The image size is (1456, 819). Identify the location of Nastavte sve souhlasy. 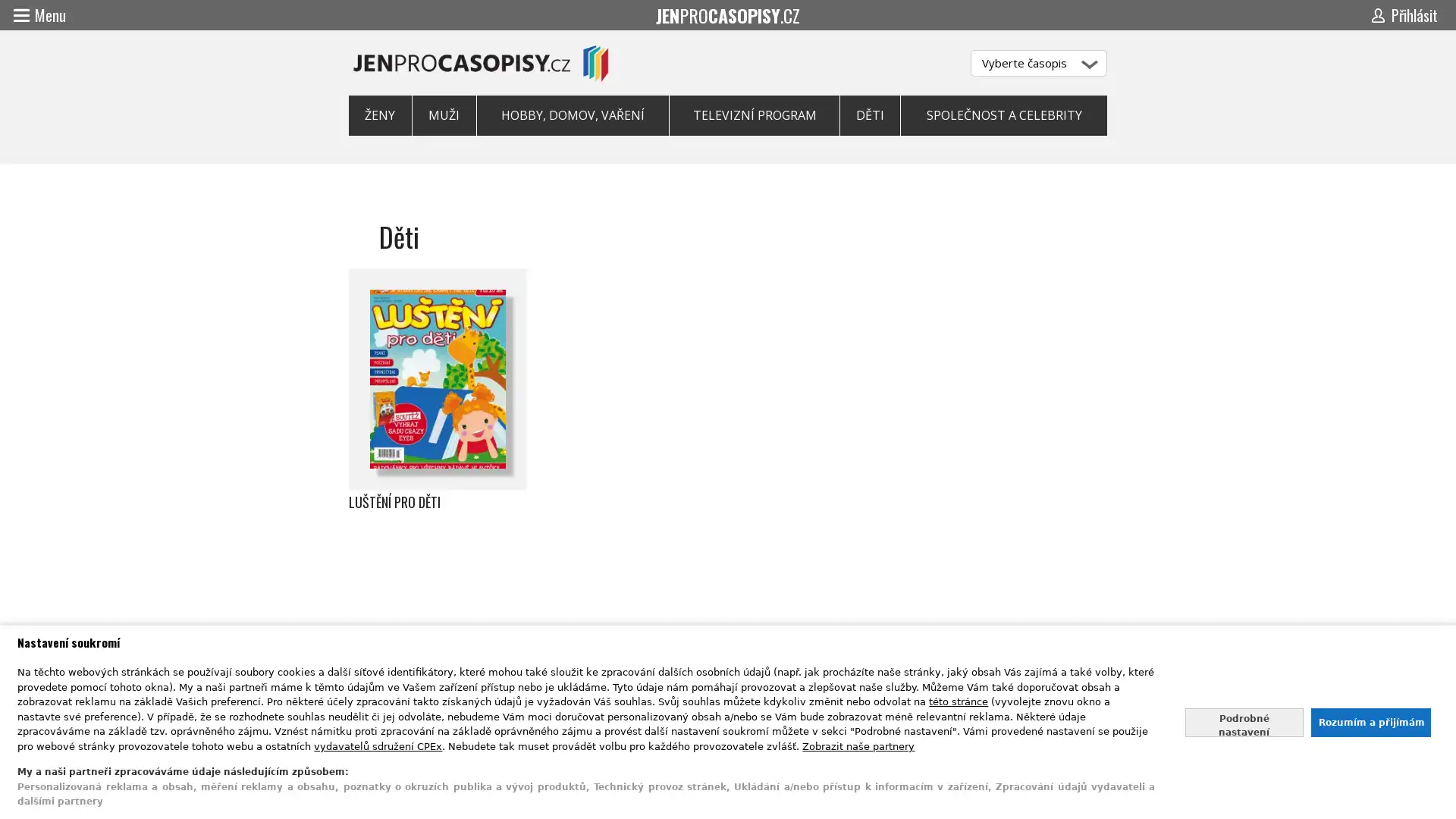
(1244, 721).